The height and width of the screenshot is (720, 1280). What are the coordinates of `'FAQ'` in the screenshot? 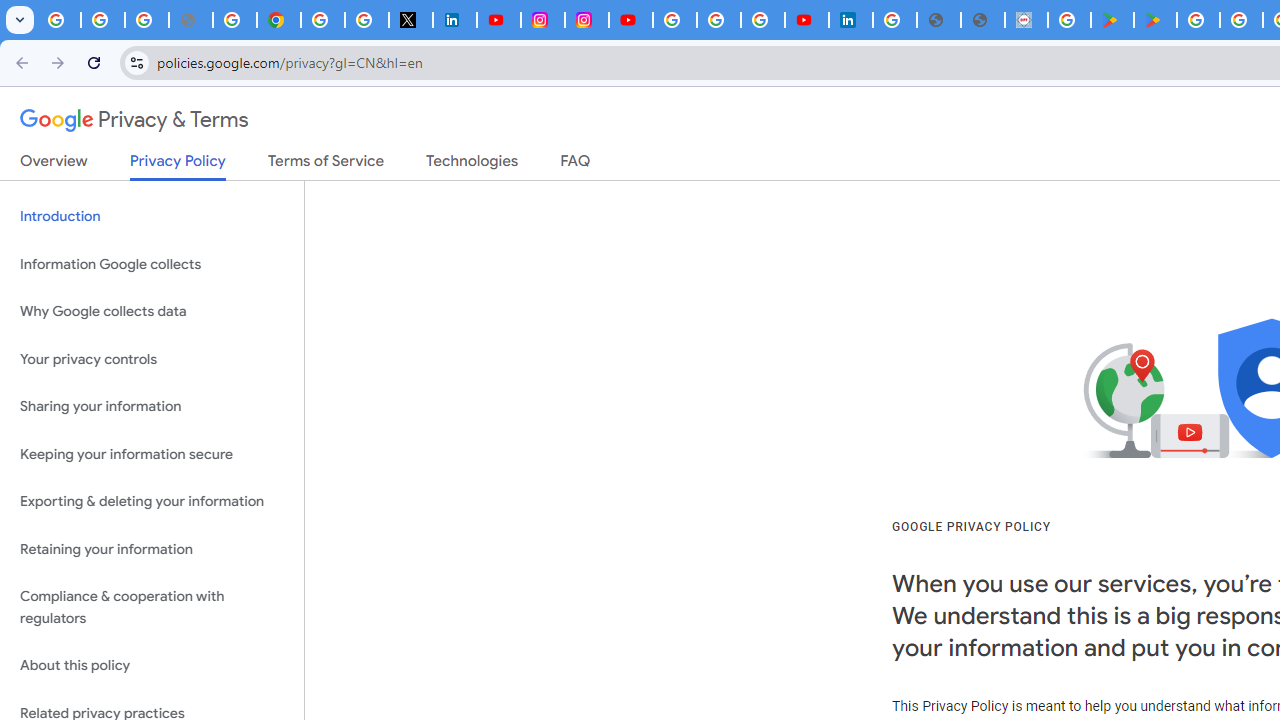 It's located at (575, 164).